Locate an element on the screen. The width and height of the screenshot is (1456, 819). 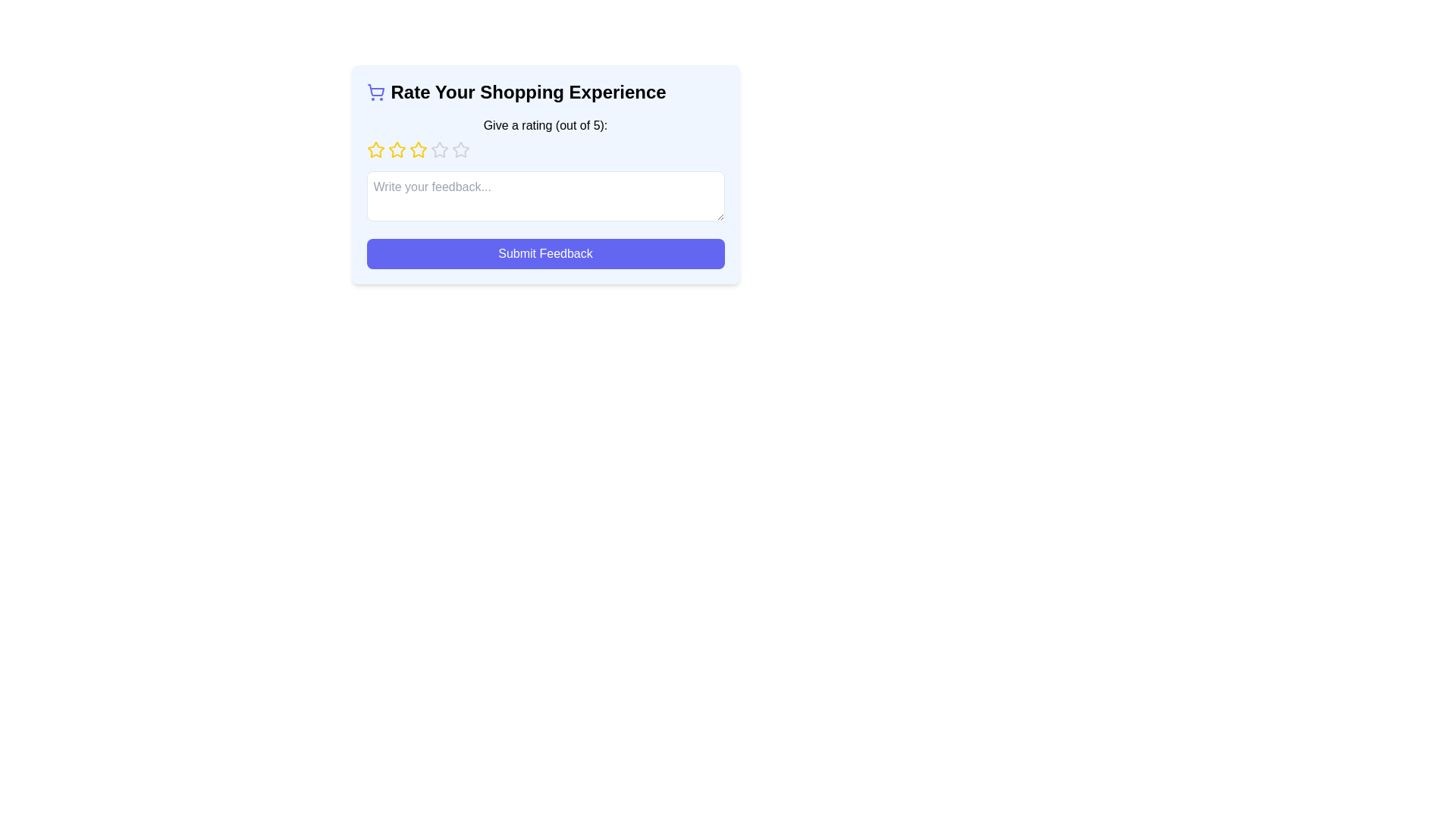
the shopping theme decorative icon located to the utmost left of the text 'Rate Your Shopping Experience' is located at coordinates (375, 93).